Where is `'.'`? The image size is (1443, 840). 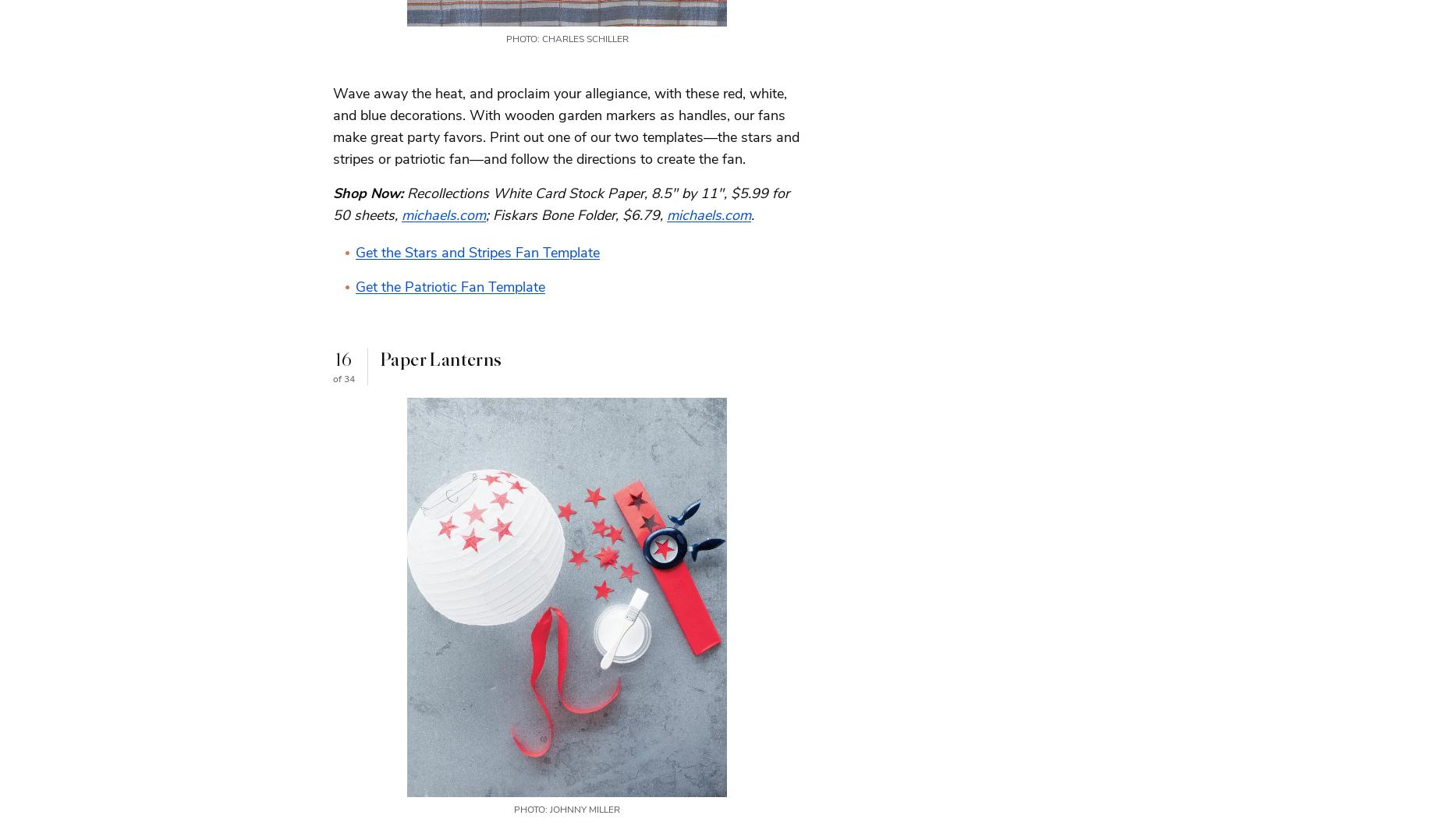
'.' is located at coordinates (750, 213).